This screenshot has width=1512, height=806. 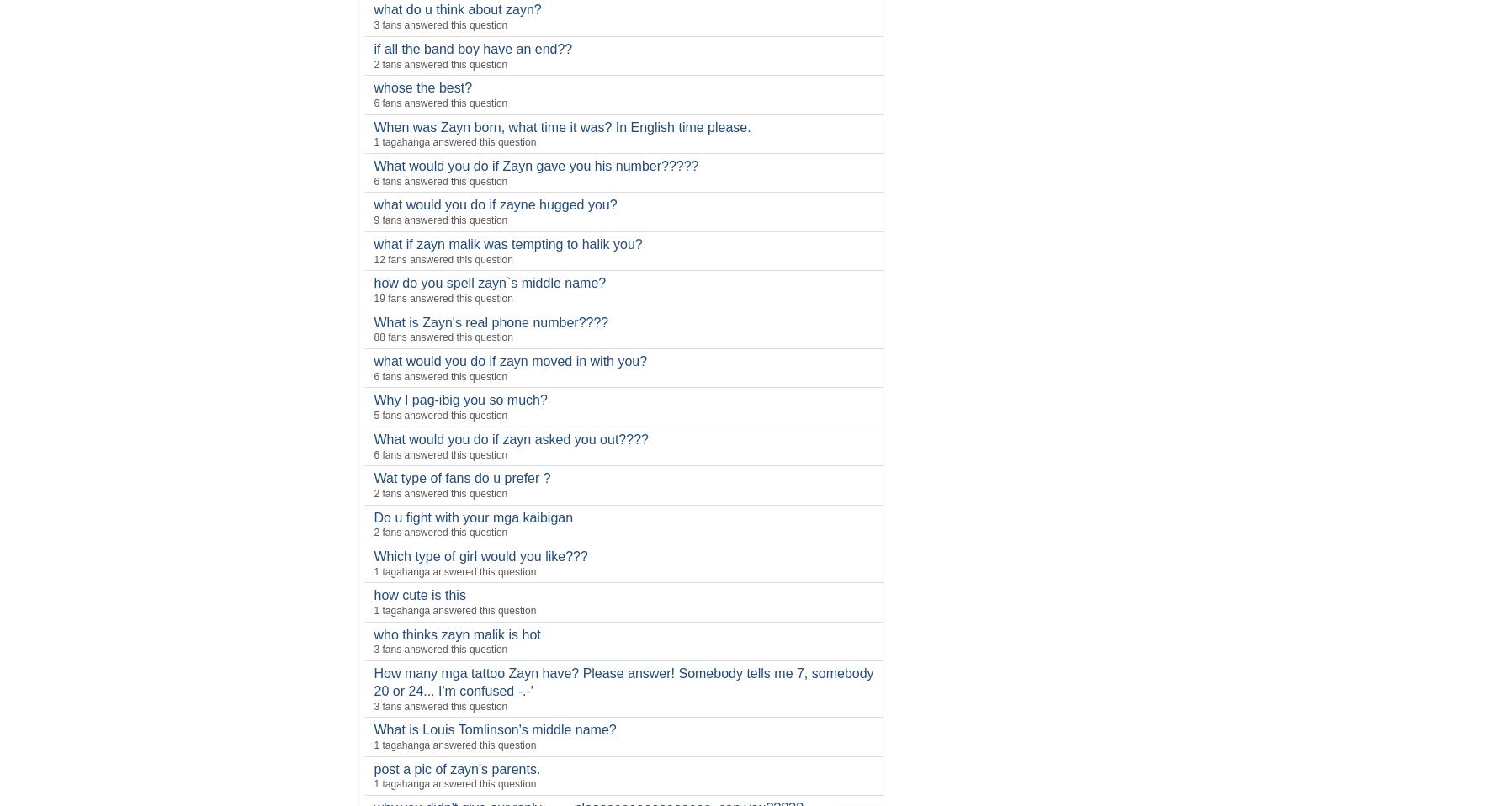 What do you see at coordinates (373, 729) in the screenshot?
I see `'What is Louis Tomlinson's middle name?'` at bounding box center [373, 729].